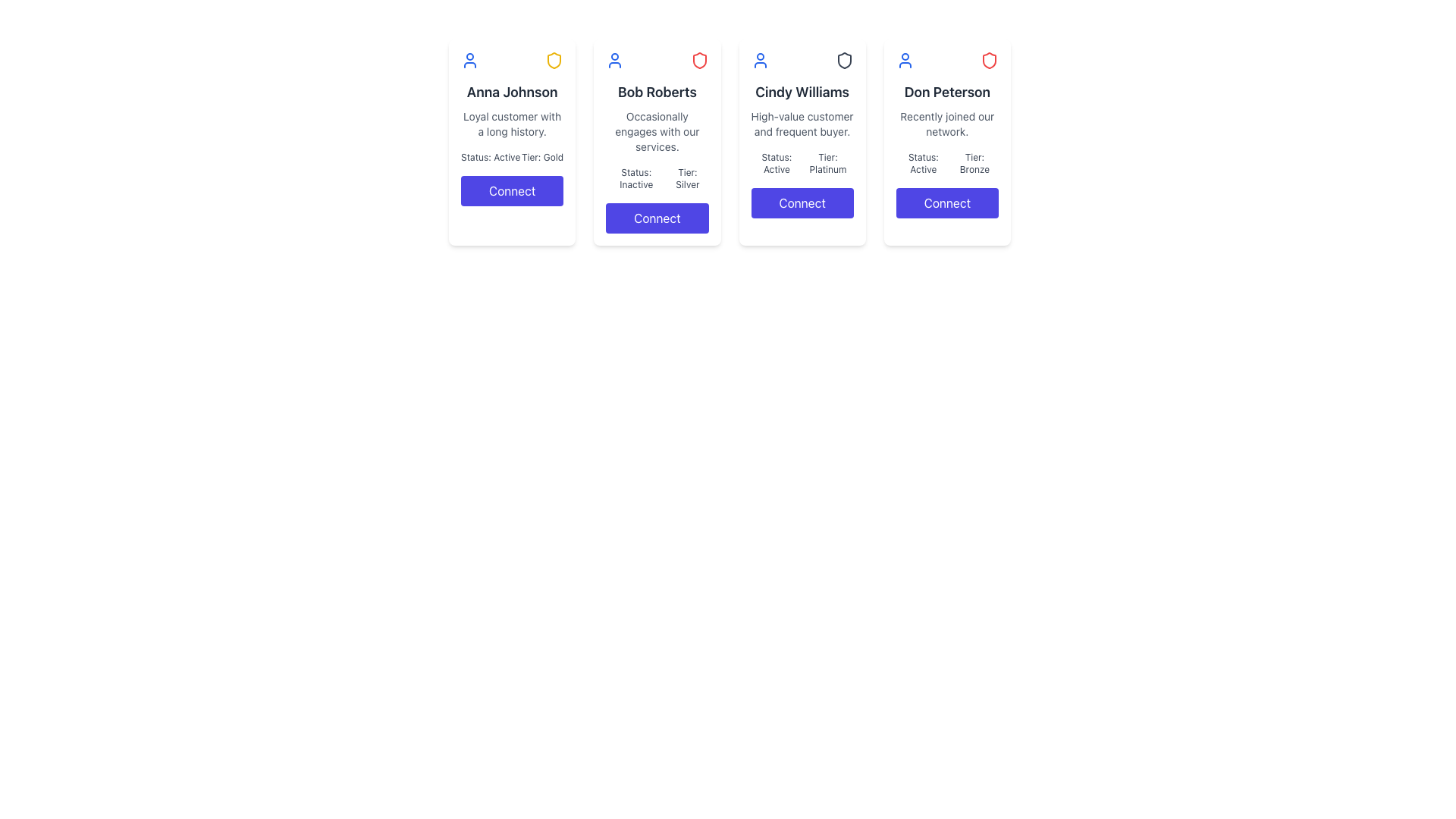 This screenshot has height=819, width=1456. What do you see at coordinates (843, 60) in the screenshot?
I see `the shield icon, which is styled with a gray color and located at the top right corner of the user card for 'Cindy Williams'` at bounding box center [843, 60].